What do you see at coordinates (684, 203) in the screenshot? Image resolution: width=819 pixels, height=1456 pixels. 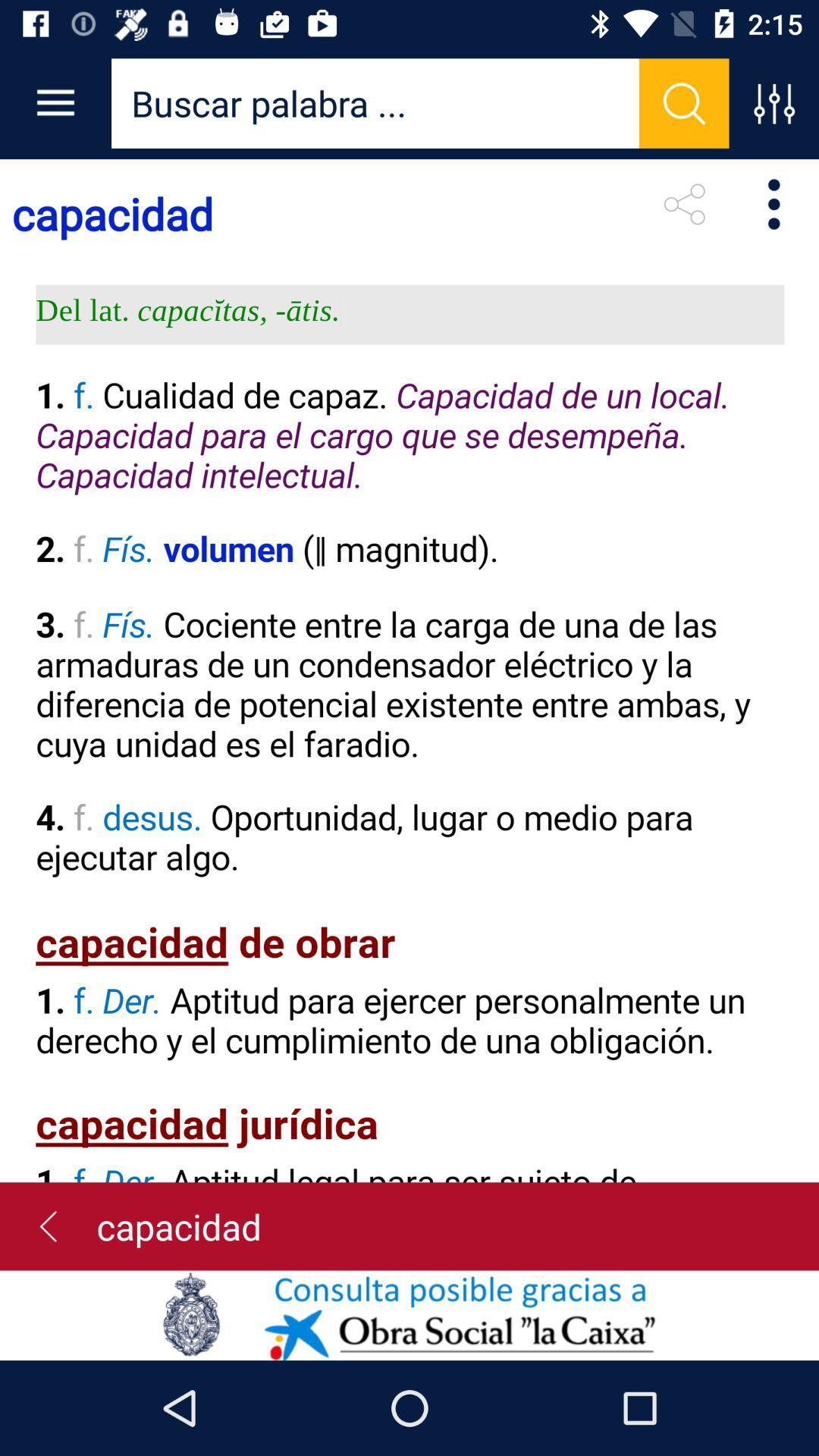 I see `the share icon` at bounding box center [684, 203].